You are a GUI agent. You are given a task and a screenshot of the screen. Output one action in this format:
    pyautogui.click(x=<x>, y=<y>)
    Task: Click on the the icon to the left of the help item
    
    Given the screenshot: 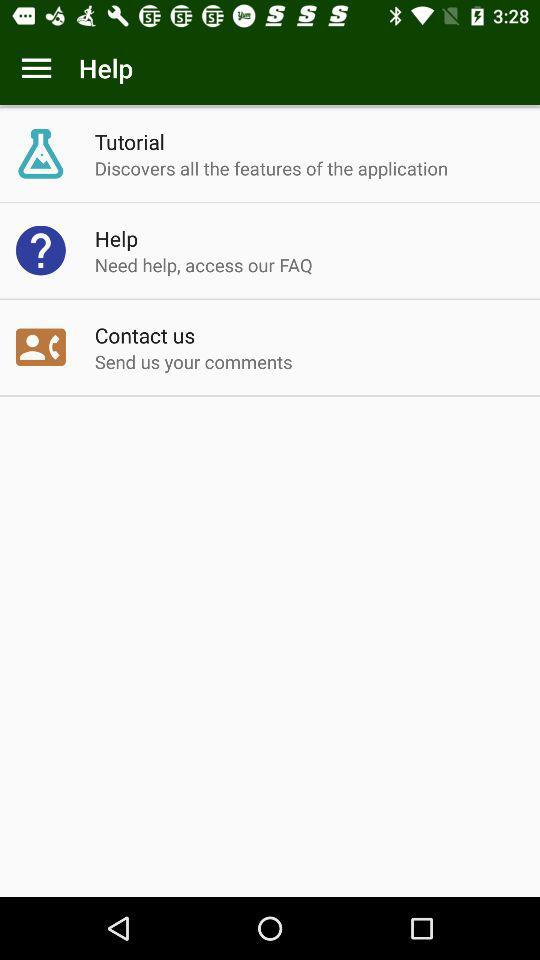 What is the action you would take?
    pyautogui.click(x=36, y=68)
    